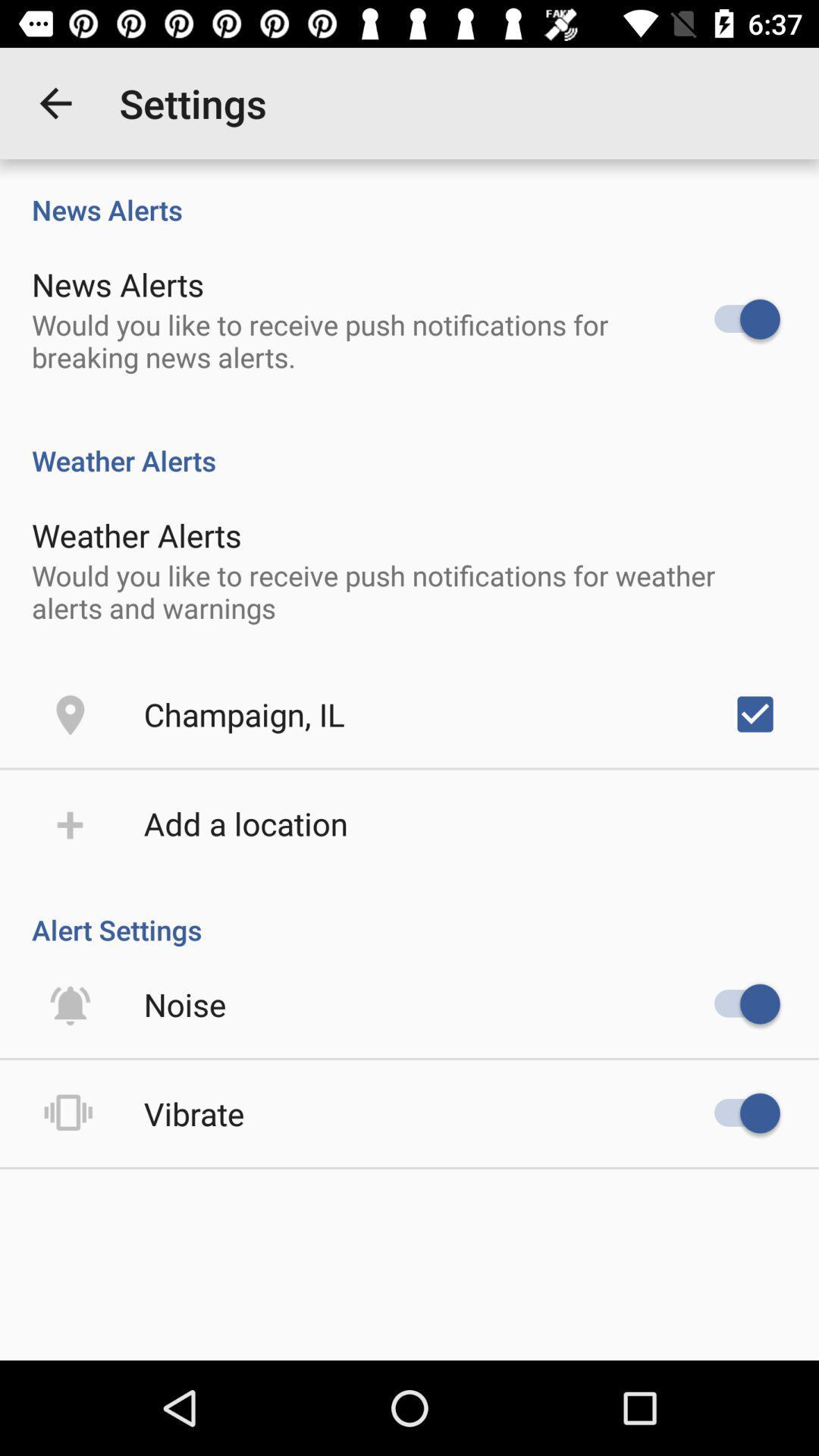 This screenshot has width=819, height=1456. Describe the element at coordinates (409, 913) in the screenshot. I see `the alert settings icon` at that location.